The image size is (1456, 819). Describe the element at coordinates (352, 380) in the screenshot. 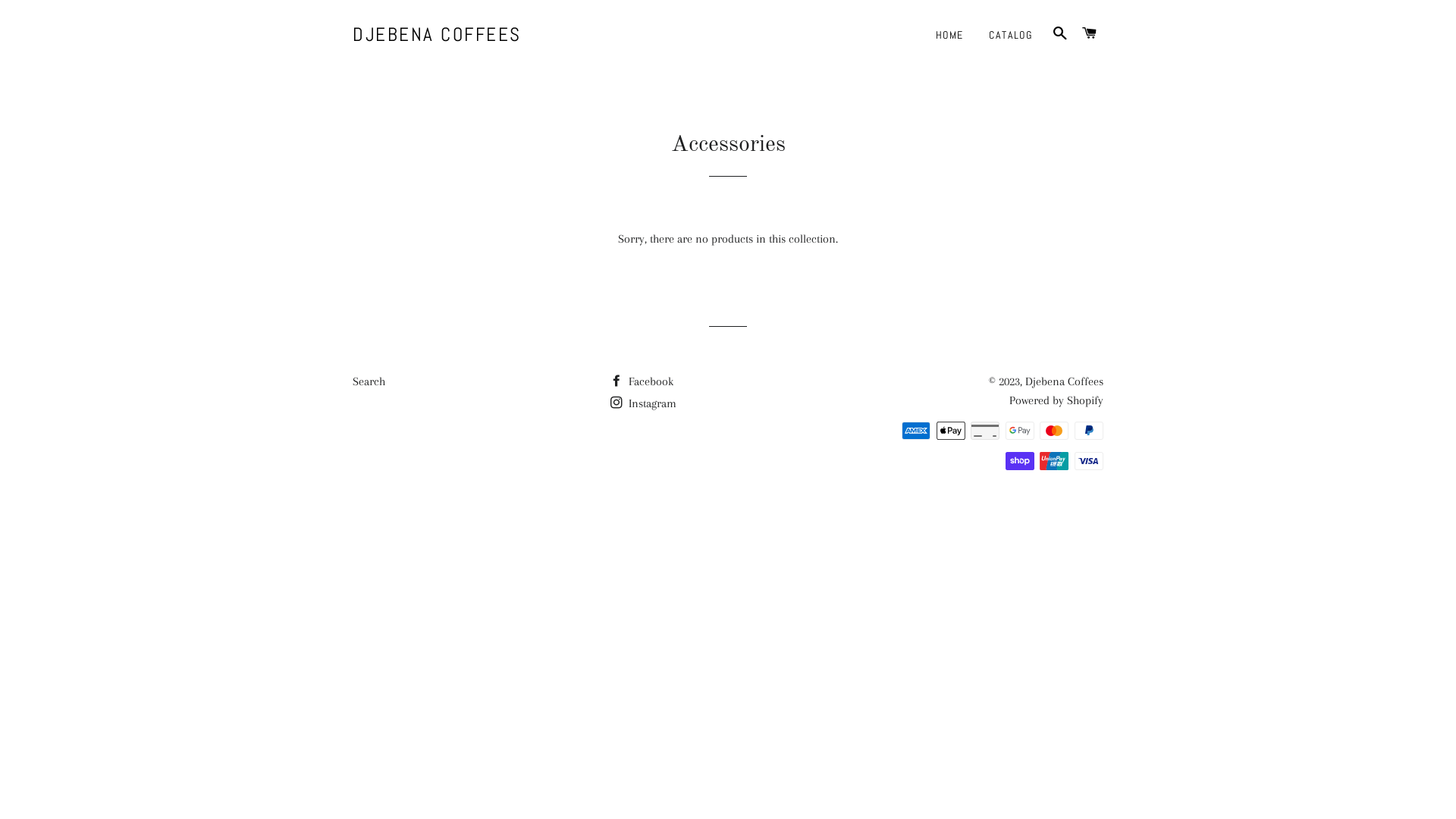

I see `'Search'` at that location.